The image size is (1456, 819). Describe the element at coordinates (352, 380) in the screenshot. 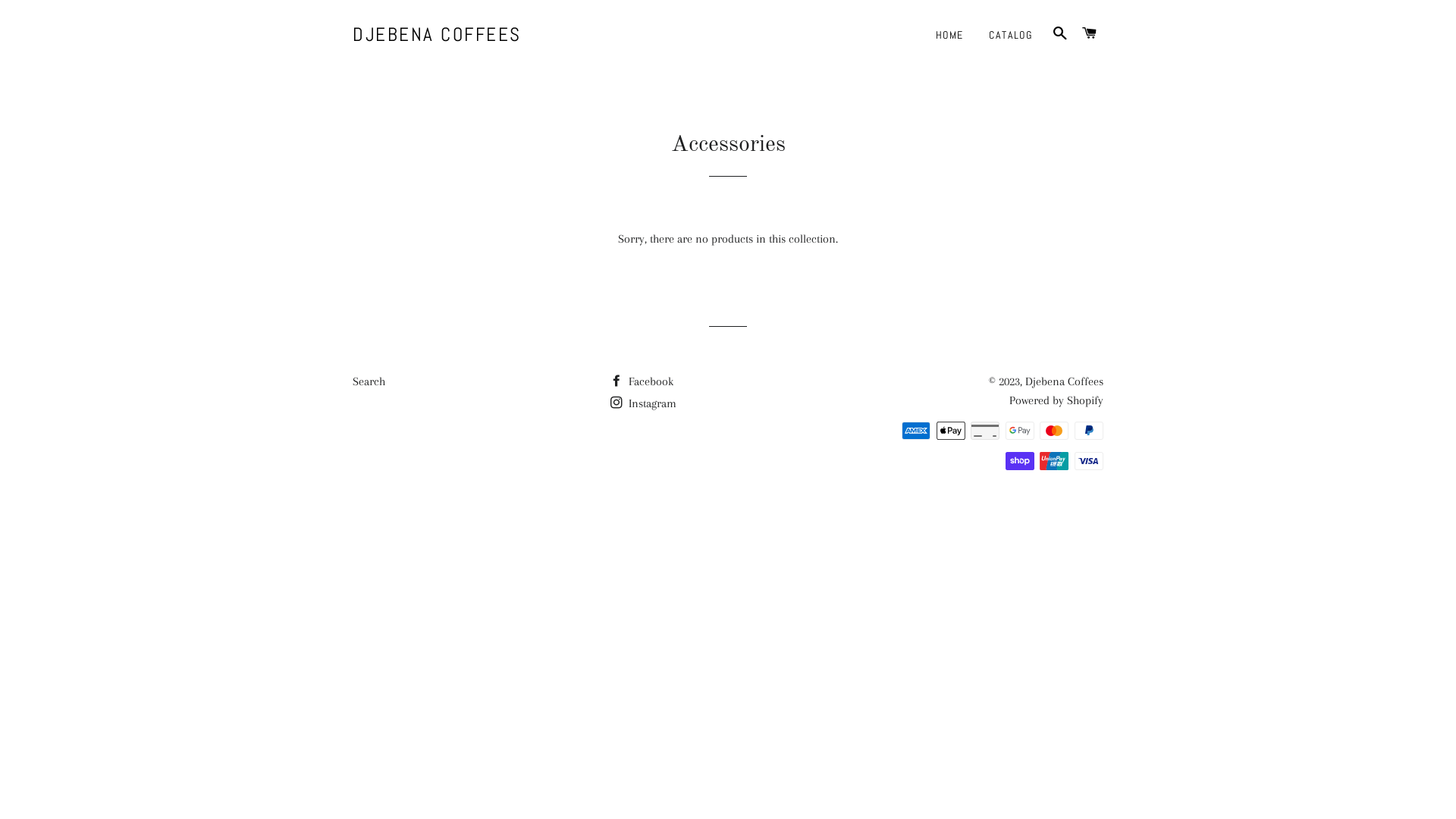

I see `'Search'` at that location.